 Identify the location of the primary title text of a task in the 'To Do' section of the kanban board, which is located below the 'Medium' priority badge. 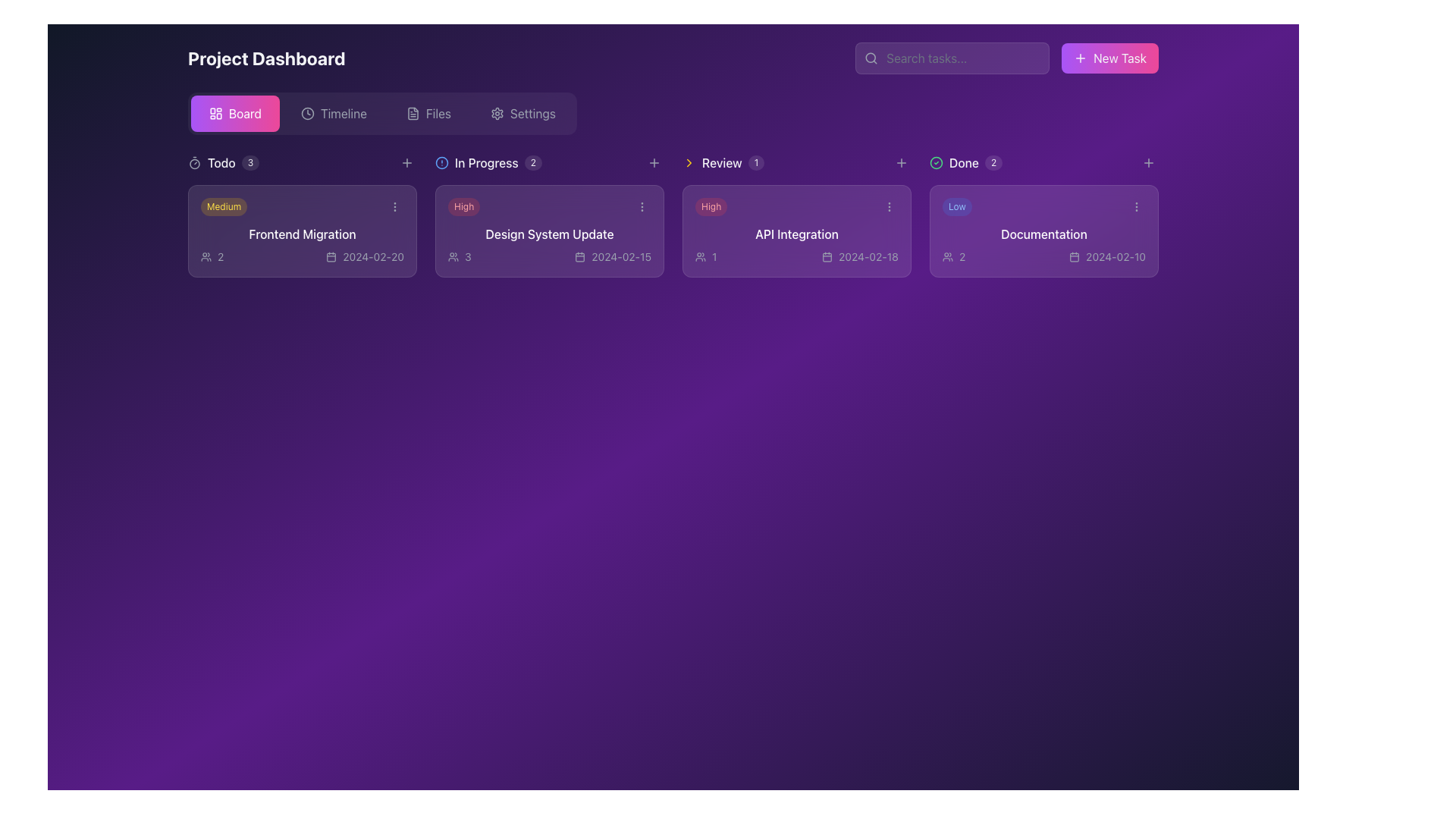
(302, 234).